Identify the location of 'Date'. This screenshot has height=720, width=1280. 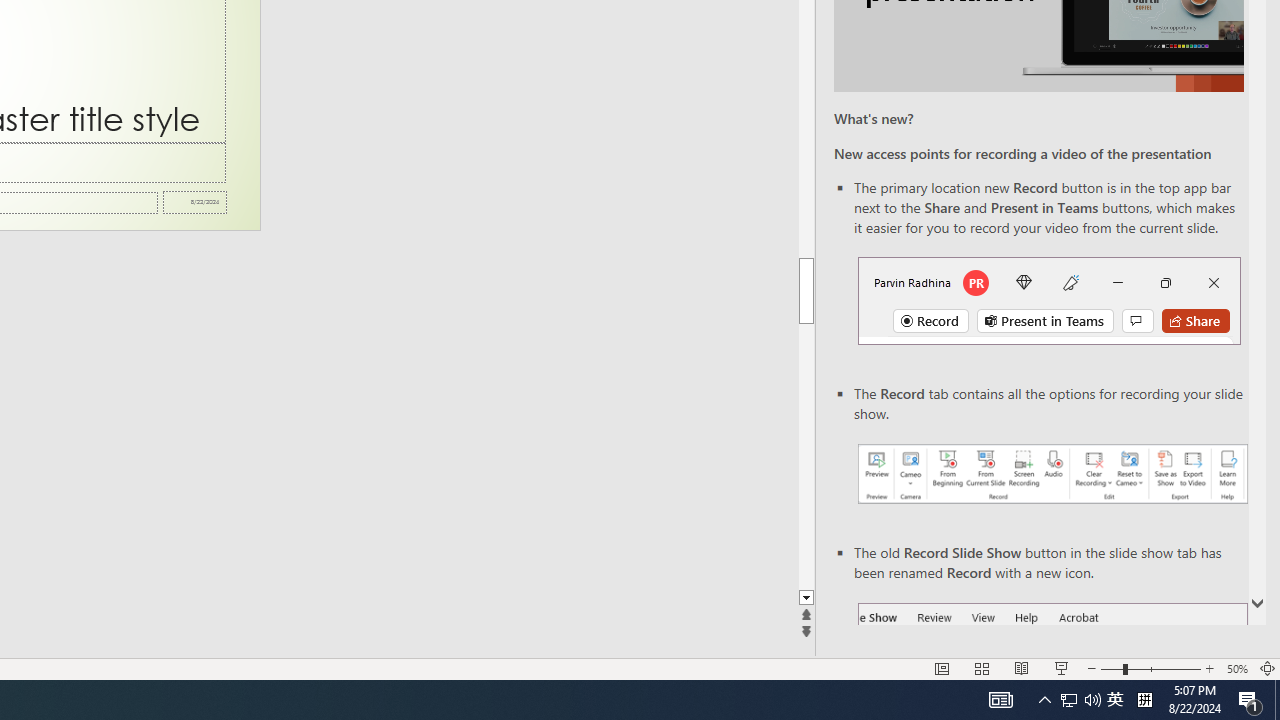
(194, 202).